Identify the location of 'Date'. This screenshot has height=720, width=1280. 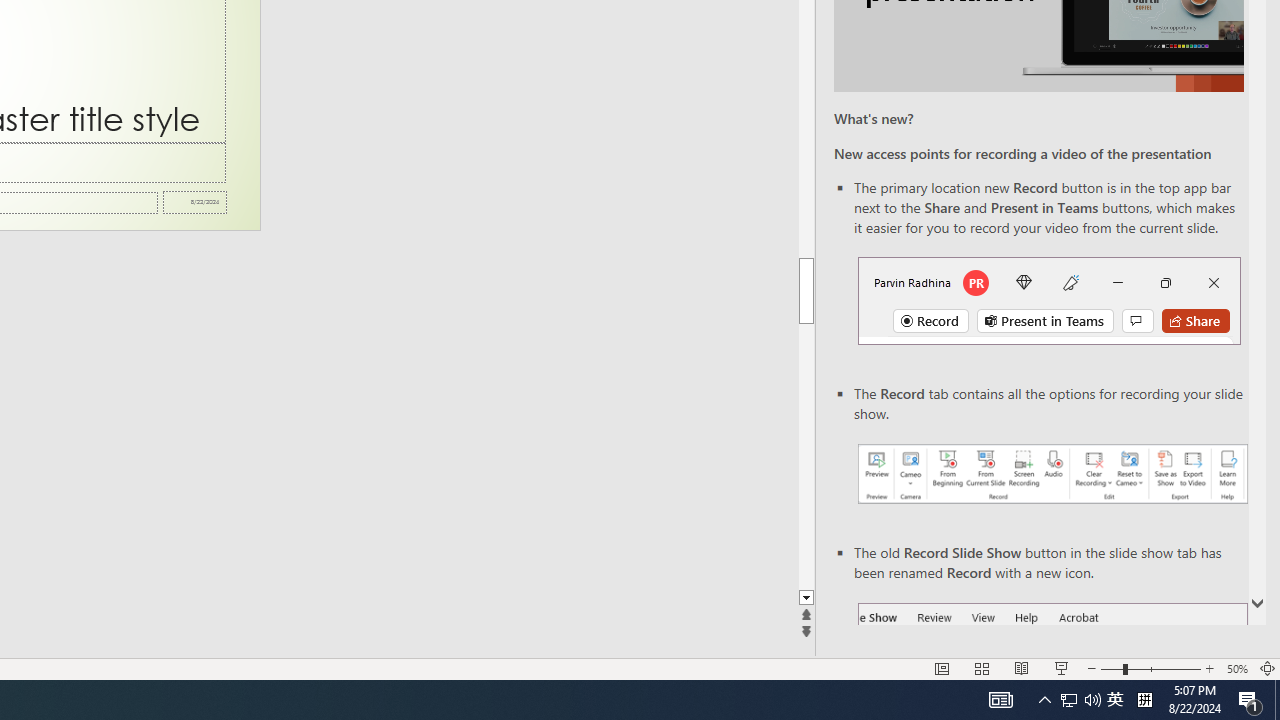
(194, 202).